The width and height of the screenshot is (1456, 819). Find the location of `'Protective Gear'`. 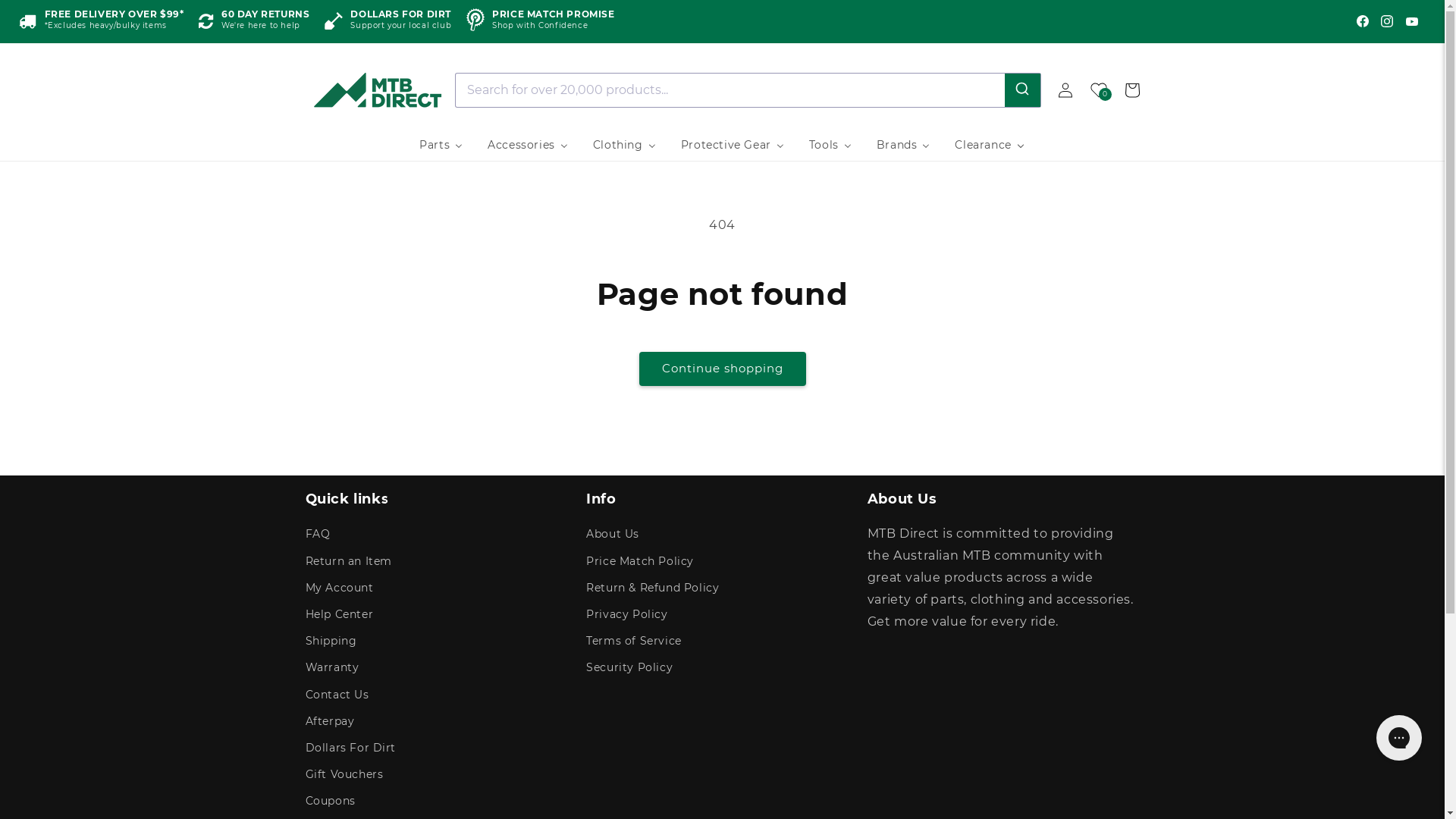

'Protective Gear' is located at coordinates (733, 145).